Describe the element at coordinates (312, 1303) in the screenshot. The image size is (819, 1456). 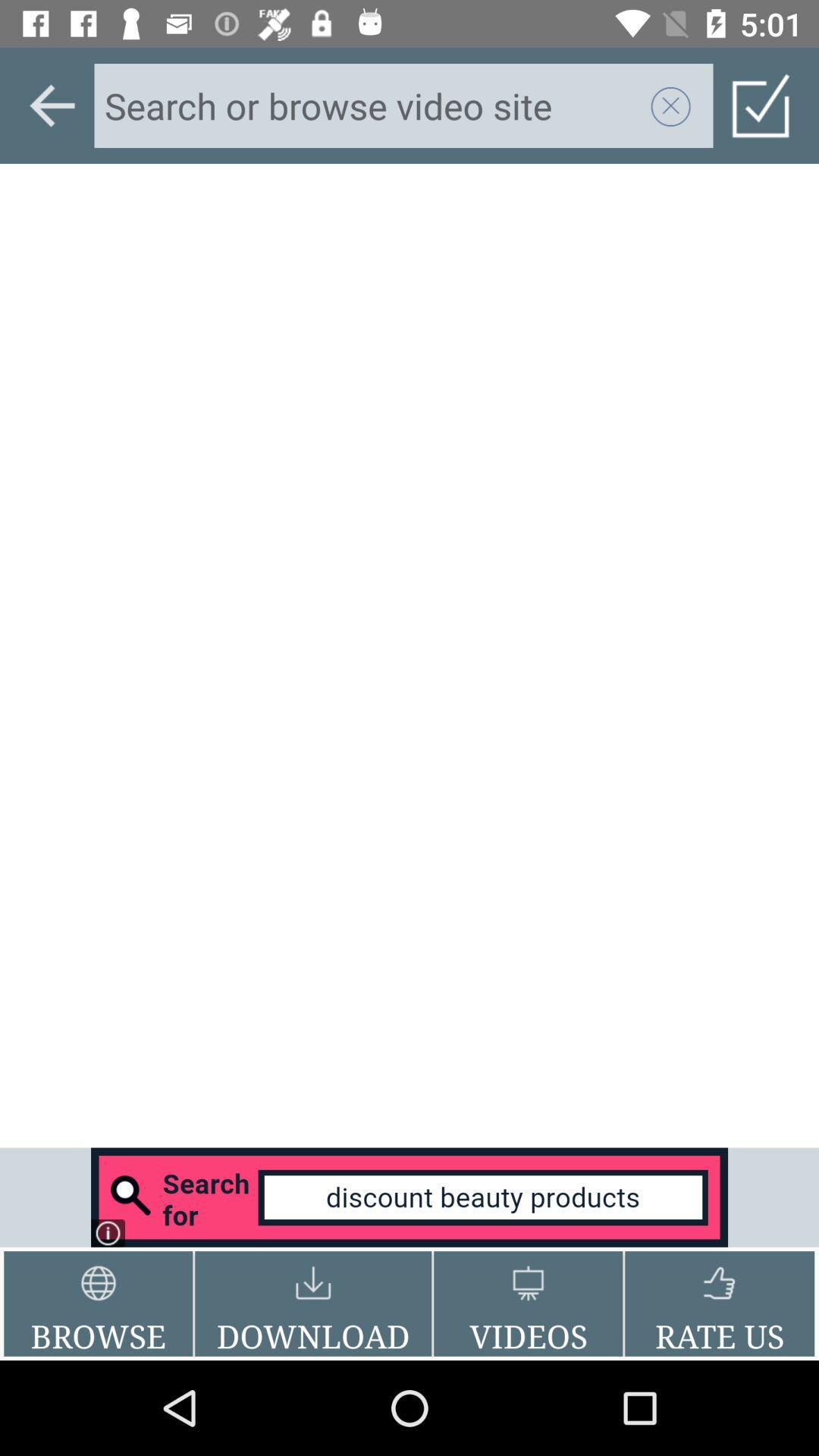
I see `the icon to the right of the browse item` at that location.